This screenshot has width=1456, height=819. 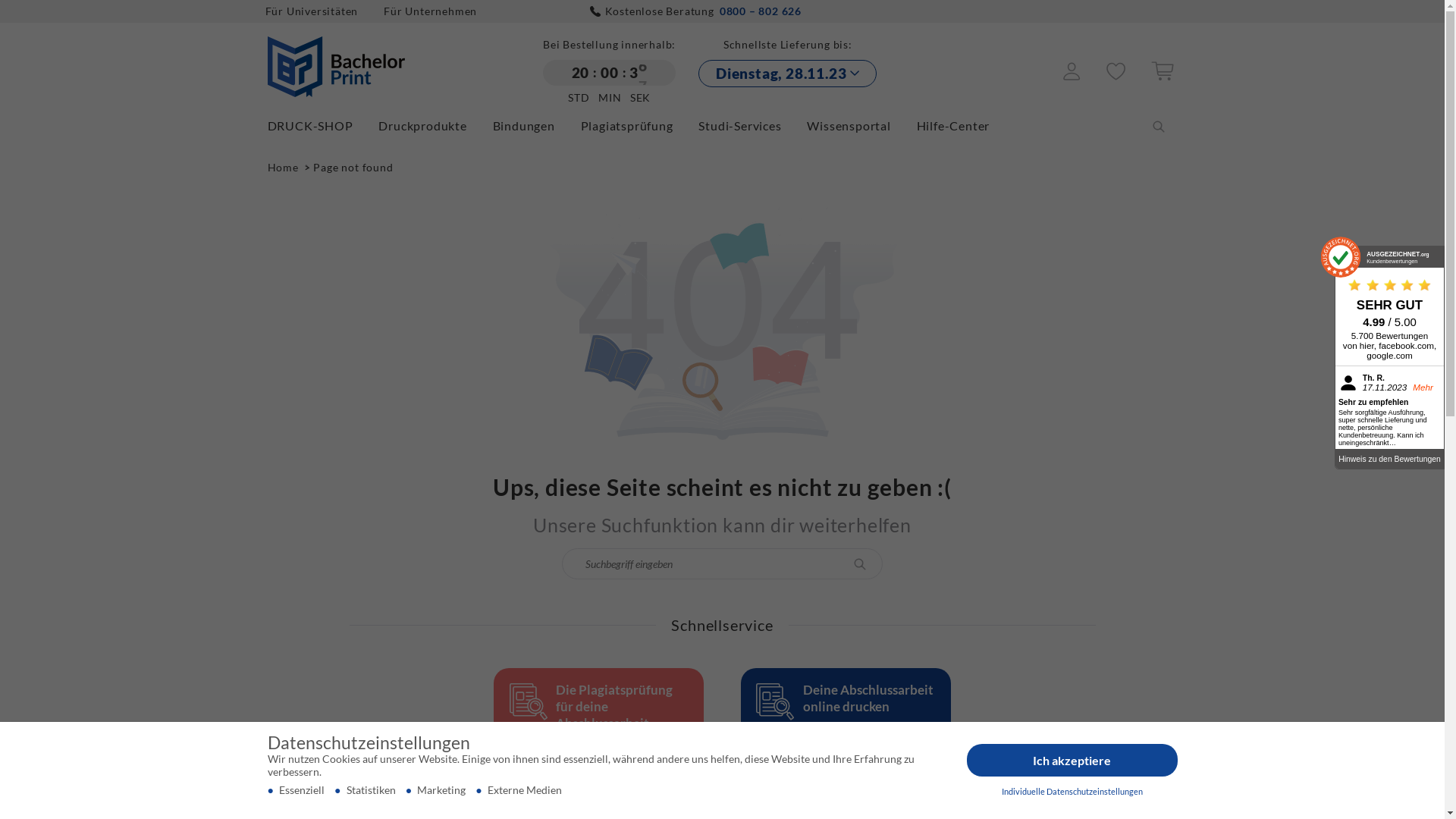 What do you see at coordinates (1072, 791) in the screenshot?
I see `'Individuelle Datenschutzeinstellungen'` at bounding box center [1072, 791].